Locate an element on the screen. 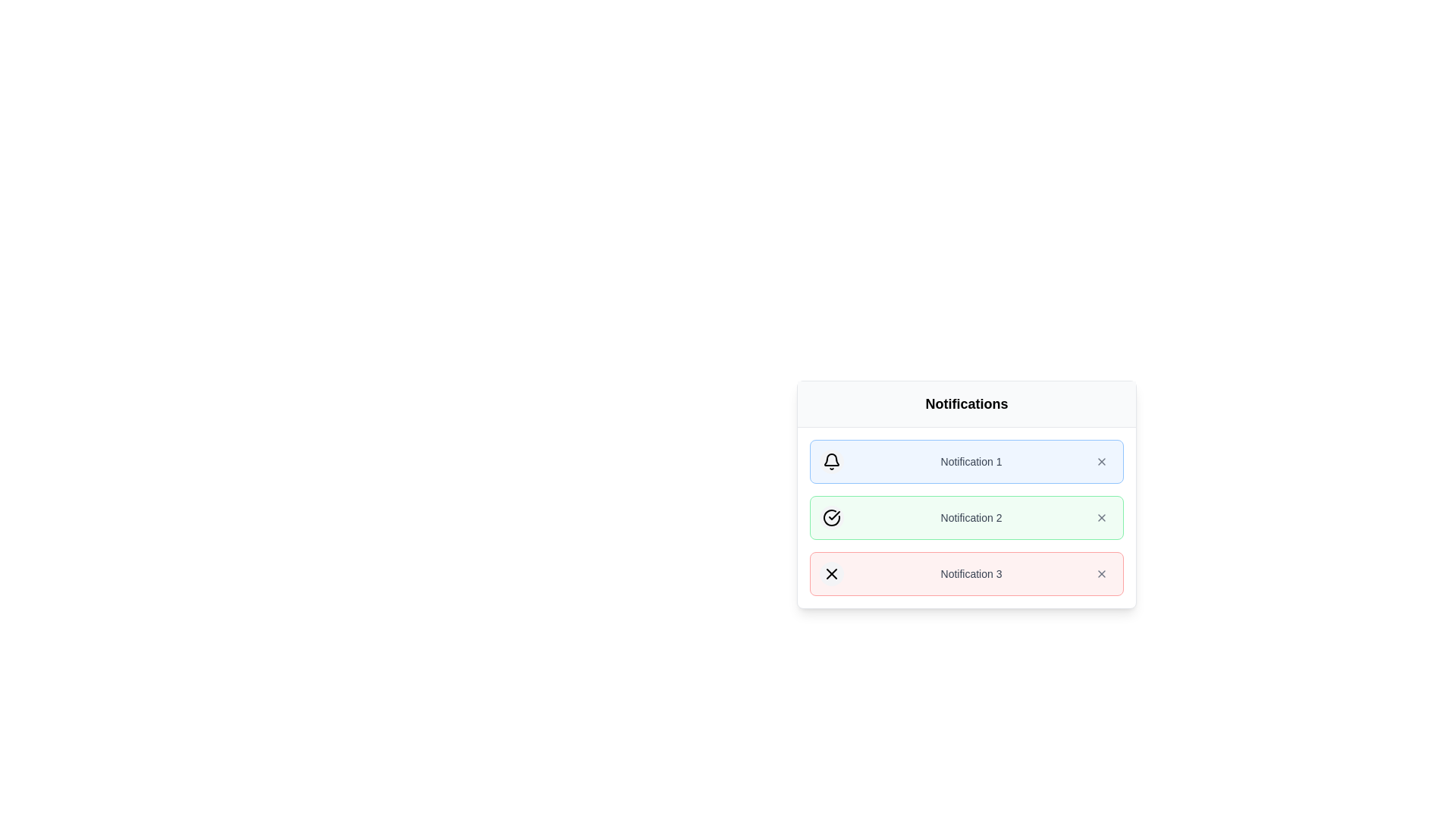  the Notification Card displaying the message 'Notification 3', which is the third item in a vertical stack of notification cards is located at coordinates (966, 573).